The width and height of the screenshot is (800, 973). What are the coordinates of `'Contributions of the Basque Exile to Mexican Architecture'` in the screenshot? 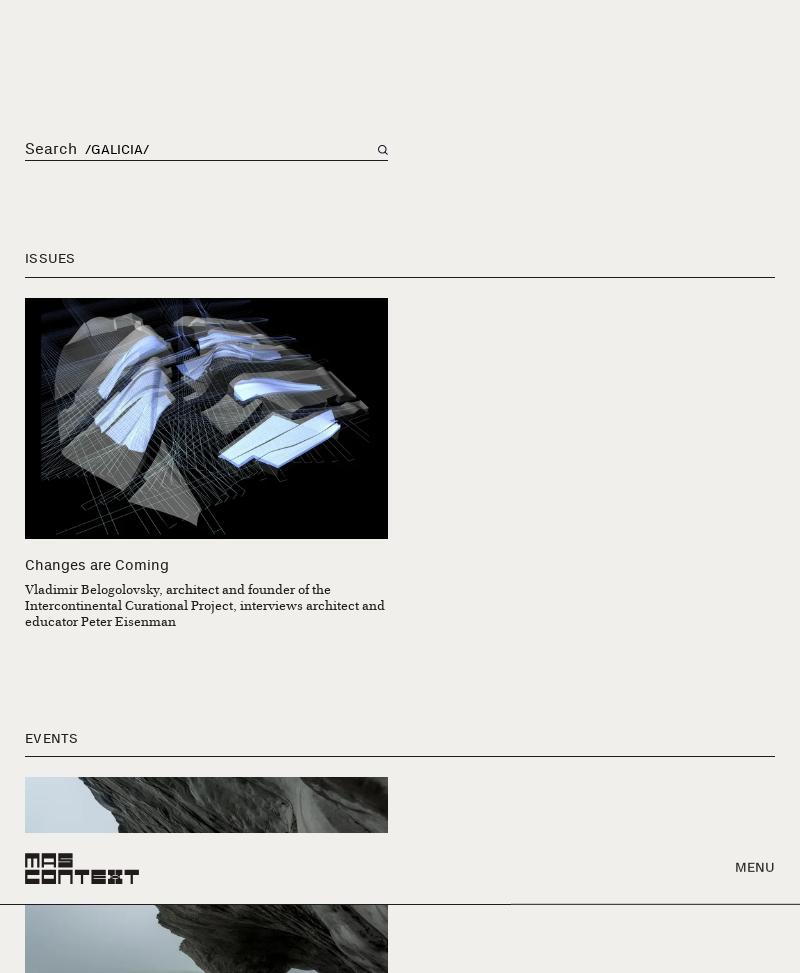 It's located at (180, 646).